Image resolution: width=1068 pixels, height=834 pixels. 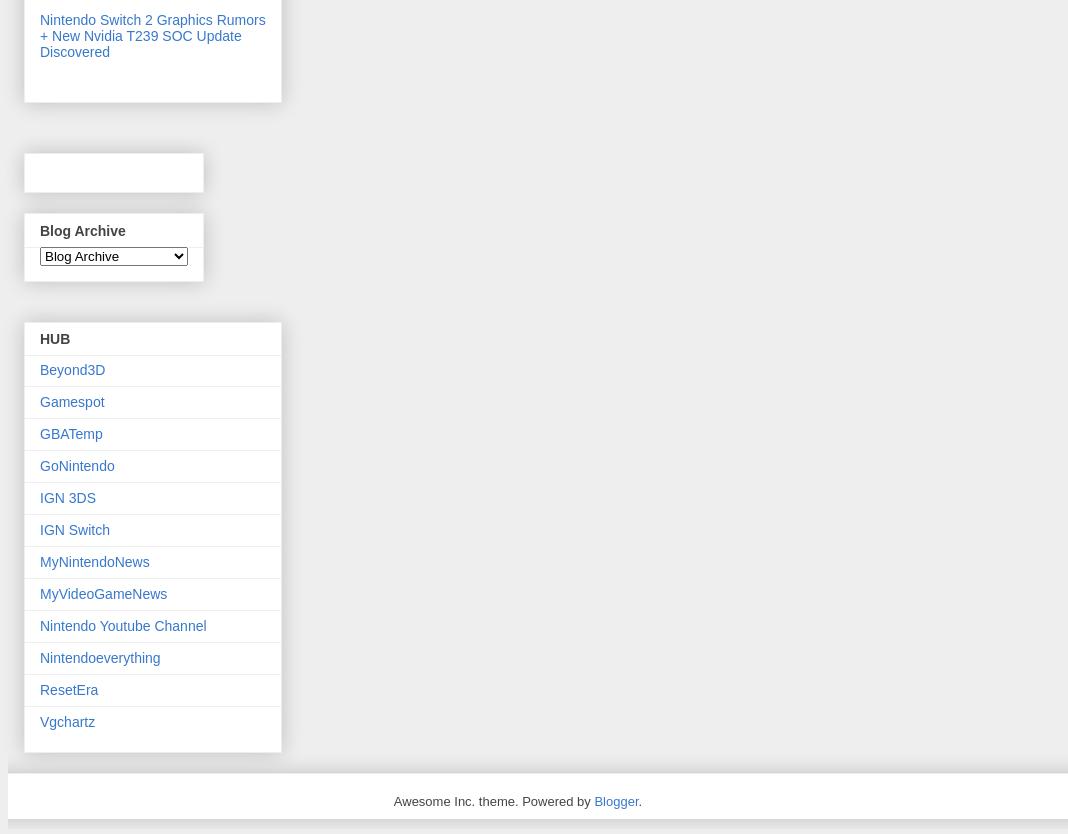 I want to click on 'ResetEra', so click(x=67, y=687).